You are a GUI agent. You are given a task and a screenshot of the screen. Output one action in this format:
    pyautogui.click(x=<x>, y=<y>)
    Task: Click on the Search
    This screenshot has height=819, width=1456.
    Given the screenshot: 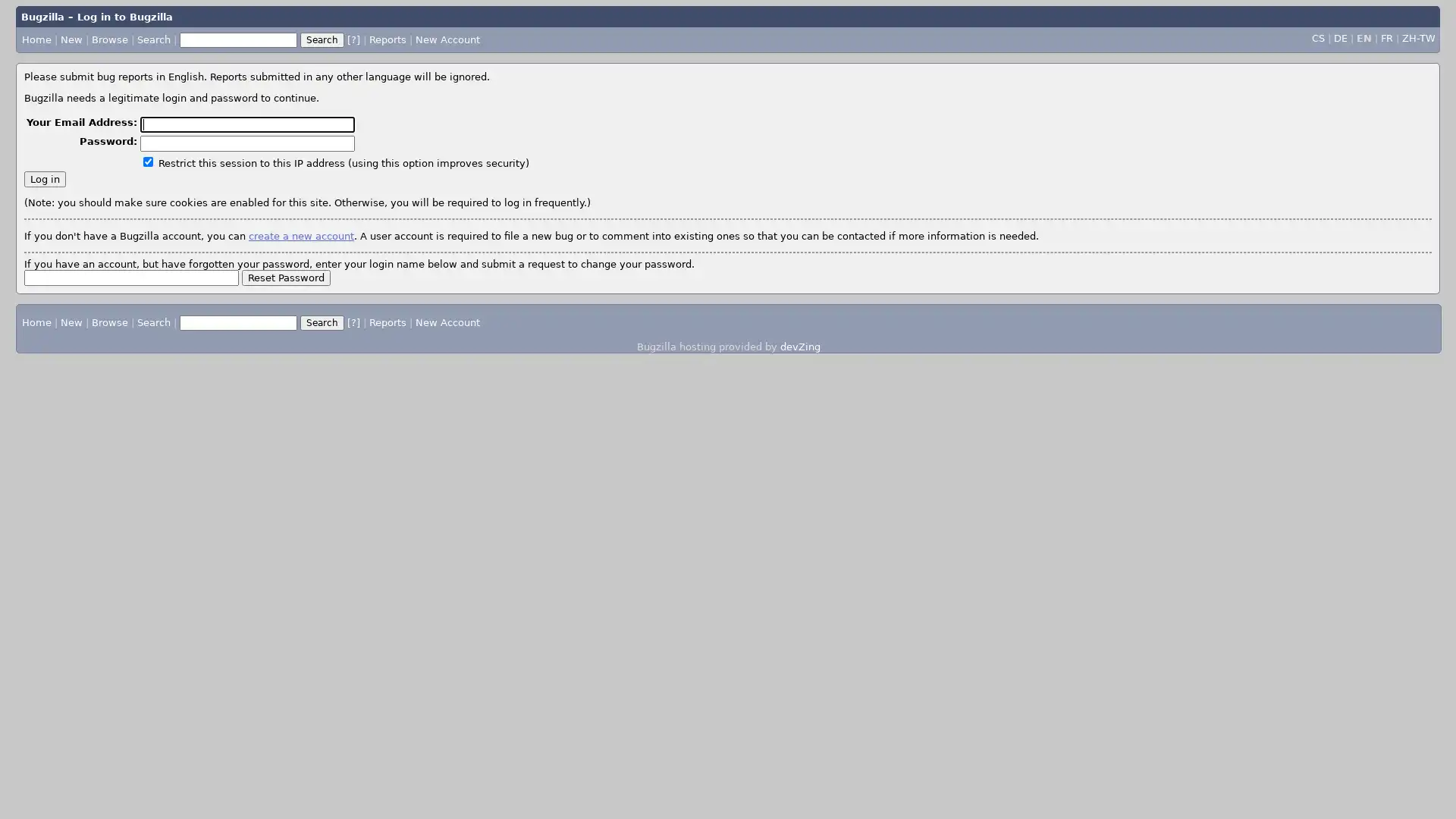 What is the action you would take?
    pyautogui.click(x=322, y=321)
    